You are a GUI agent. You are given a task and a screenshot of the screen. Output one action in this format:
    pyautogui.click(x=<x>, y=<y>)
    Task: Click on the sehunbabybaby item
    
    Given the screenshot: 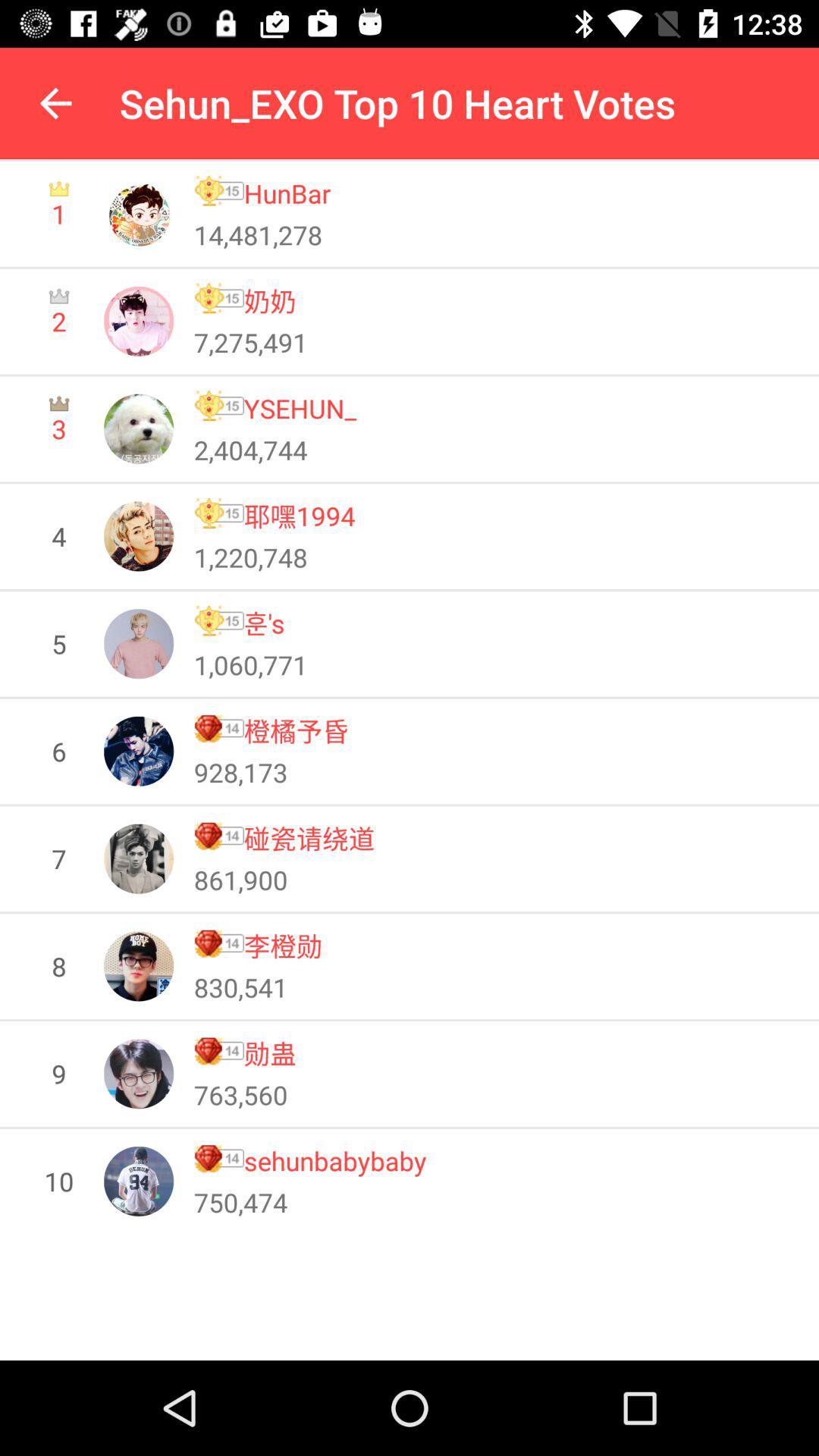 What is the action you would take?
    pyautogui.click(x=334, y=1159)
    